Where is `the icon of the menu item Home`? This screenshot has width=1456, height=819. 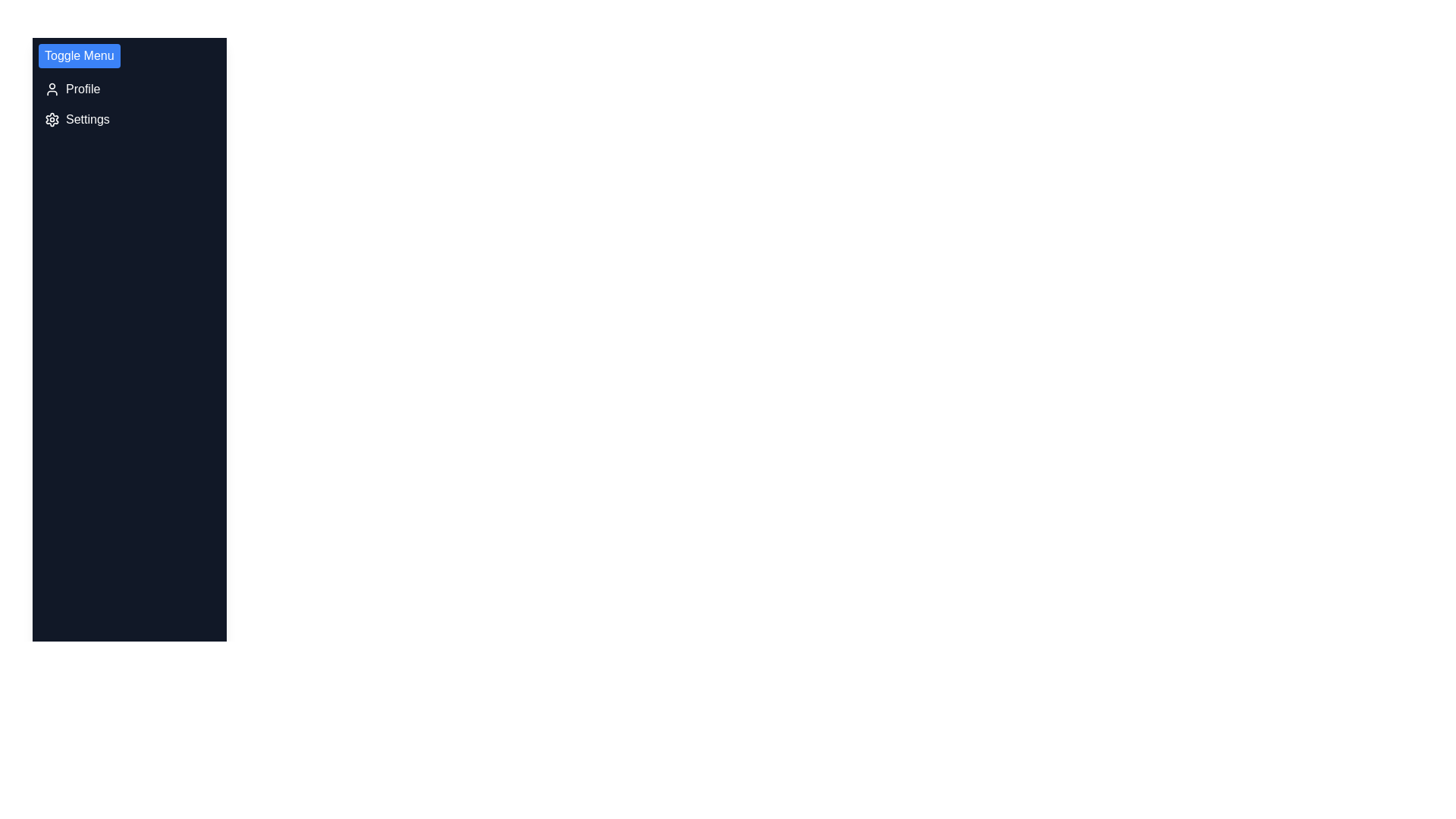
the icon of the menu item Home is located at coordinates (52, 58).